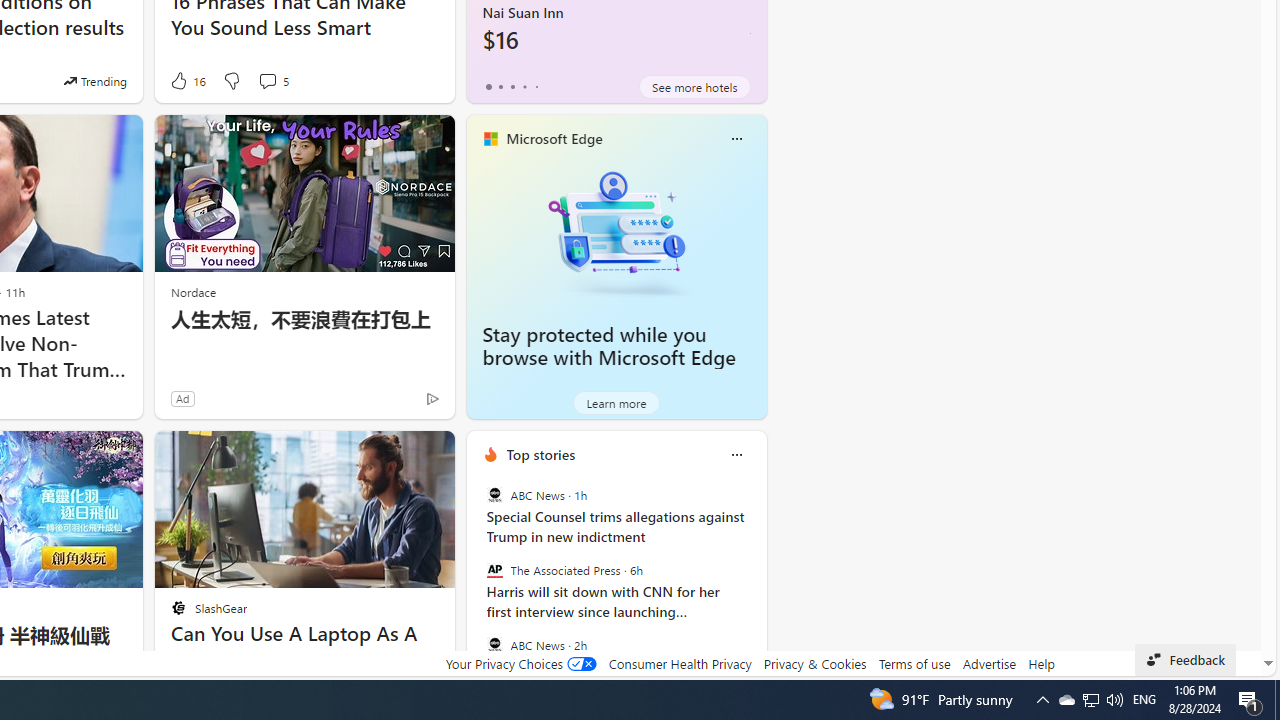 The width and height of the screenshot is (1280, 720). I want to click on 'tab-0', so click(488, 86).